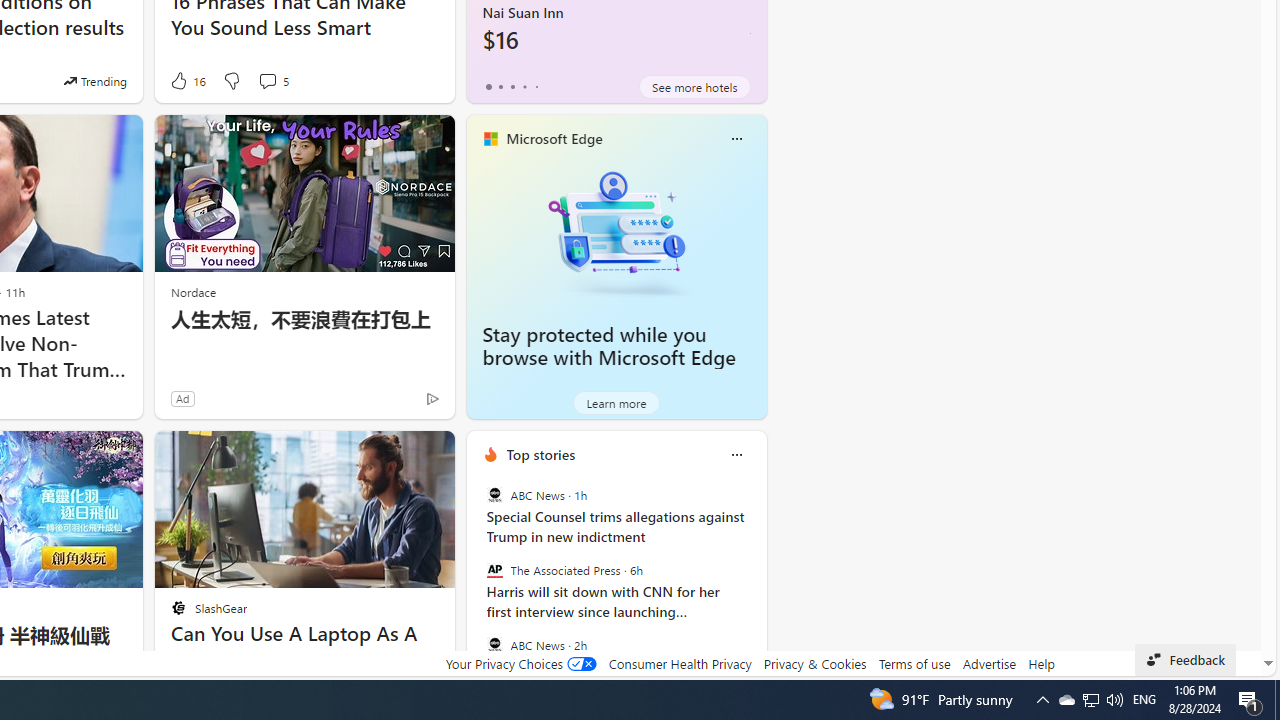 The width and height of the screenshot is (1280, 720). I want to click on 'tab-0', so click(488, 86).